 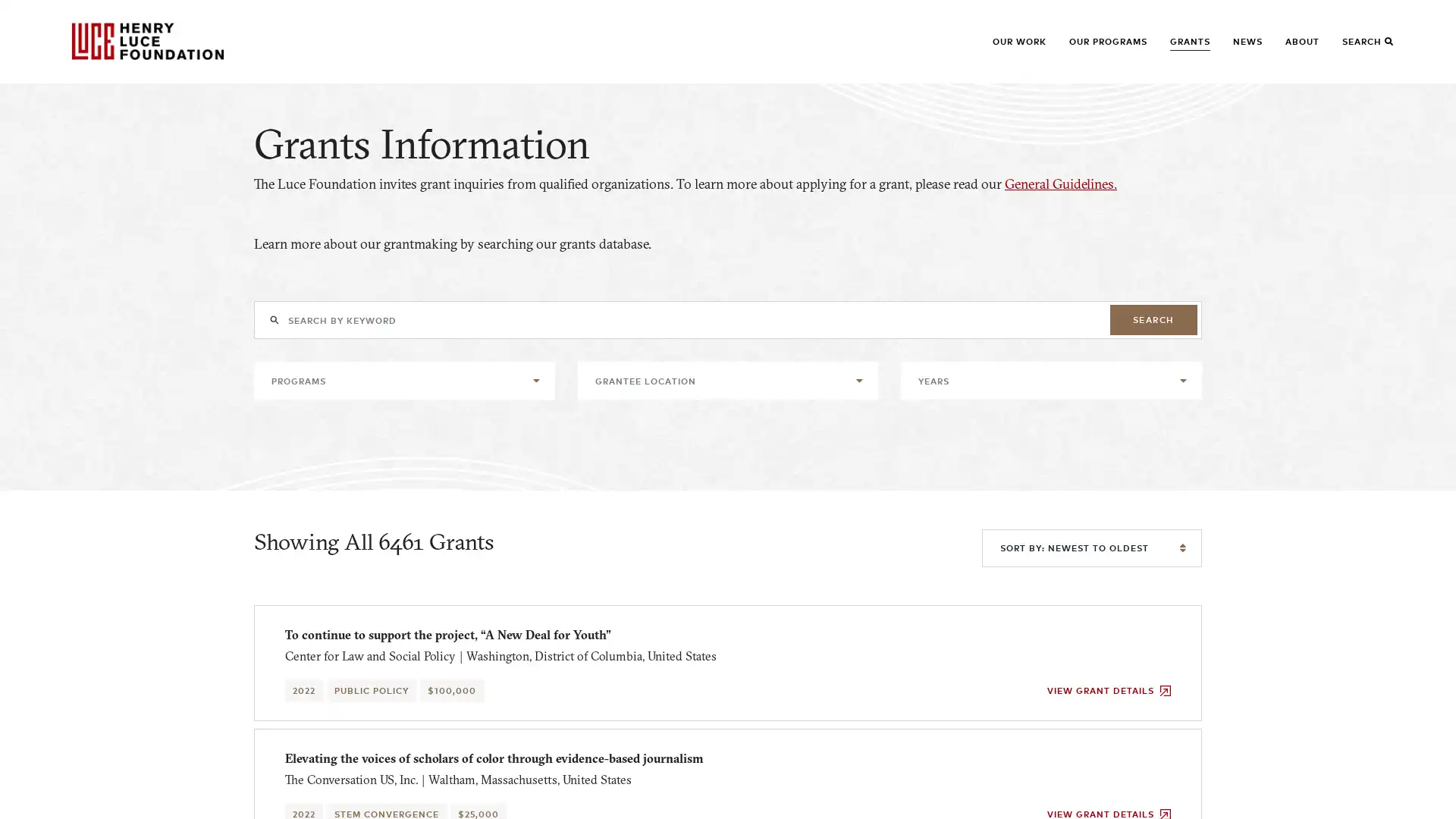 What do you see at coordinates (1092, 547) in the screenshot?
I see `SORT BY: NEWEST TO OLDEST` at bounding box center [1092, 547].